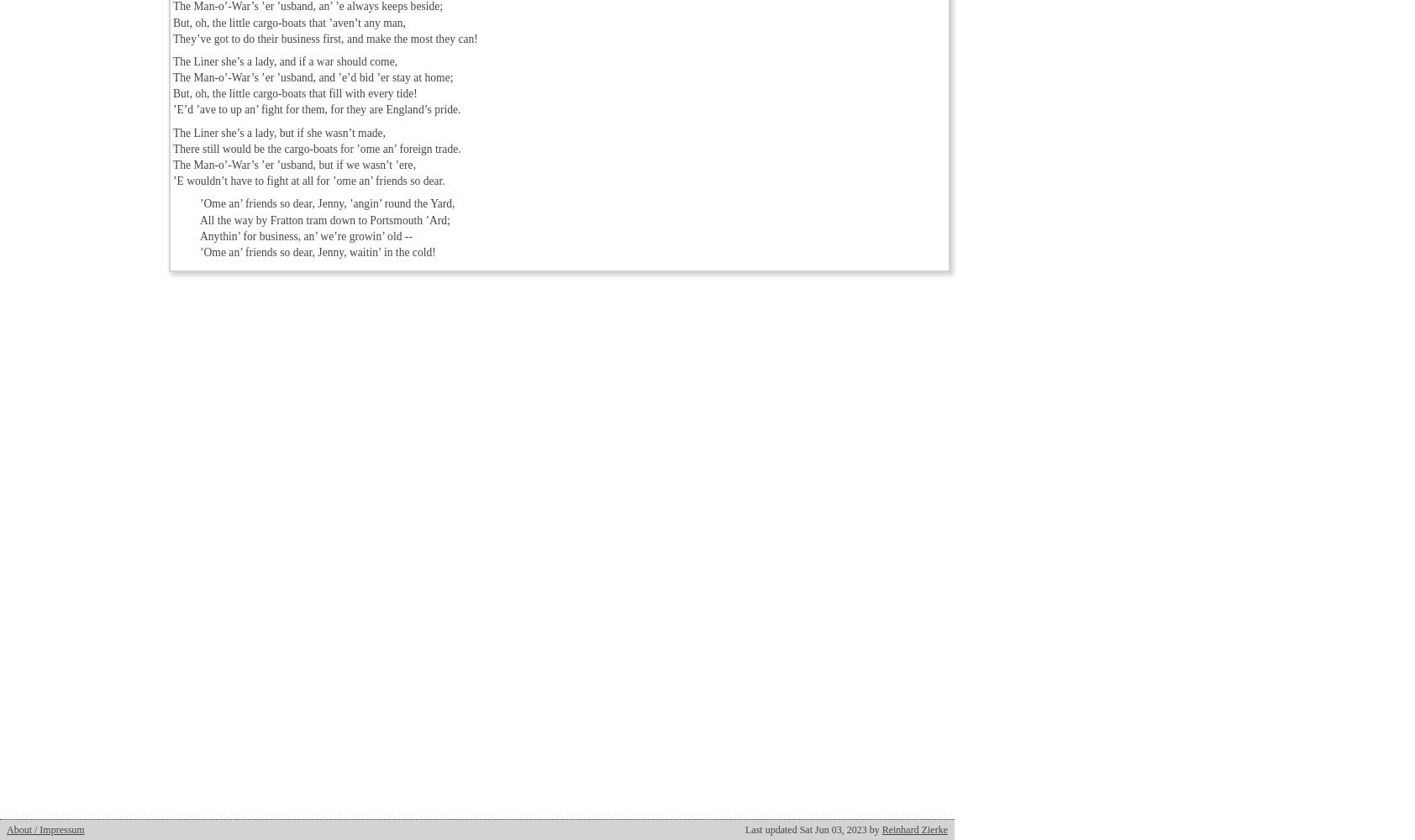  Describe the element at coordinates (318, 251) in the screenshot. I see `'’Ome an’ friends so dear, Jenny, waitin’ in the cold!'` at that location.